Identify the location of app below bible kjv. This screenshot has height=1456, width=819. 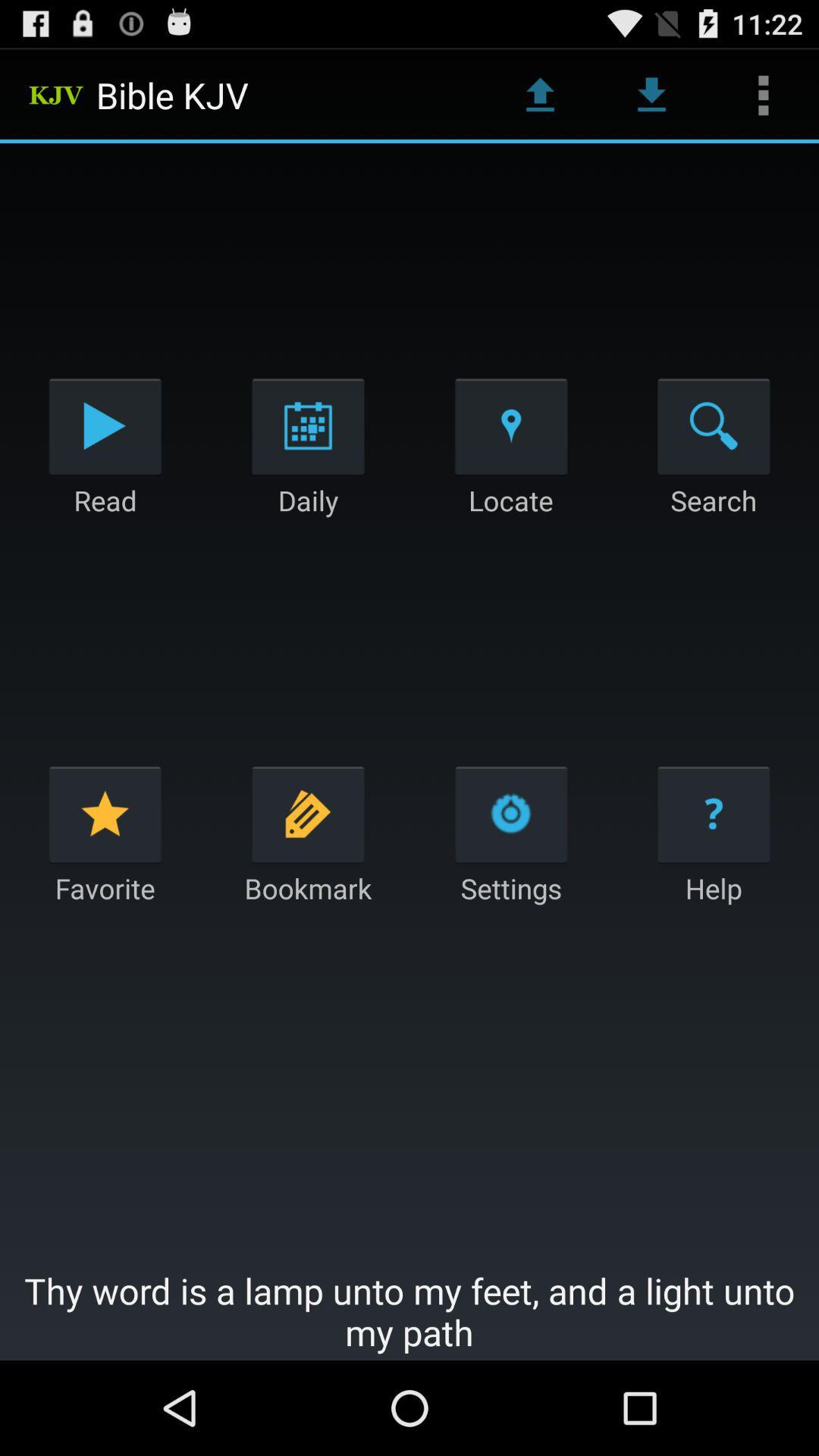
(307, 425).